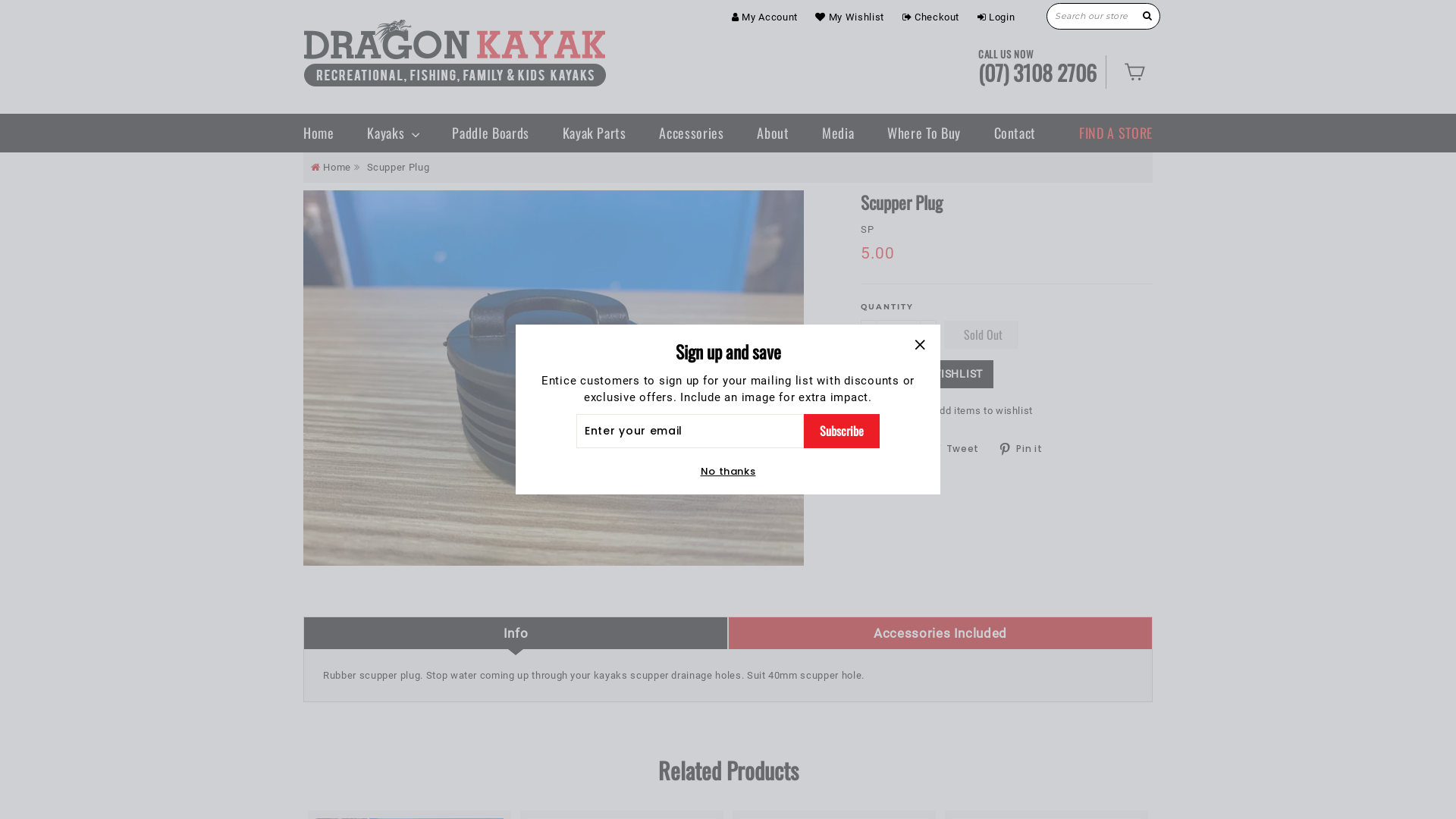  Describe the element at coordinates (690, 132) in the screenshot. I see `'Accessories'` at that location.